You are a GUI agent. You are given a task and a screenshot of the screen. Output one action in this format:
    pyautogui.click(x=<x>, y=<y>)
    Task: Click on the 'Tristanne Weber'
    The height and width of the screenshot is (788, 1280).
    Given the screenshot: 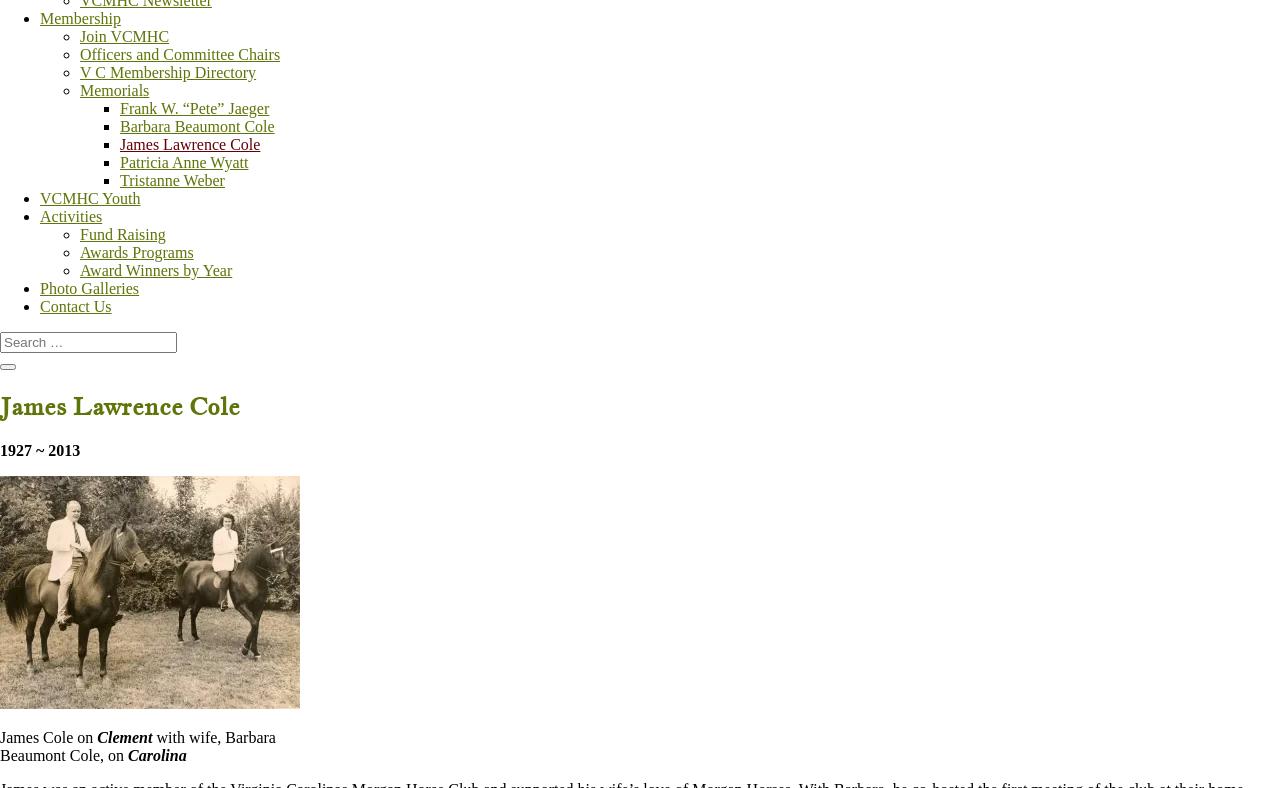 What is the action you would take?
    pyautogui.click(x=119, y=180)
    